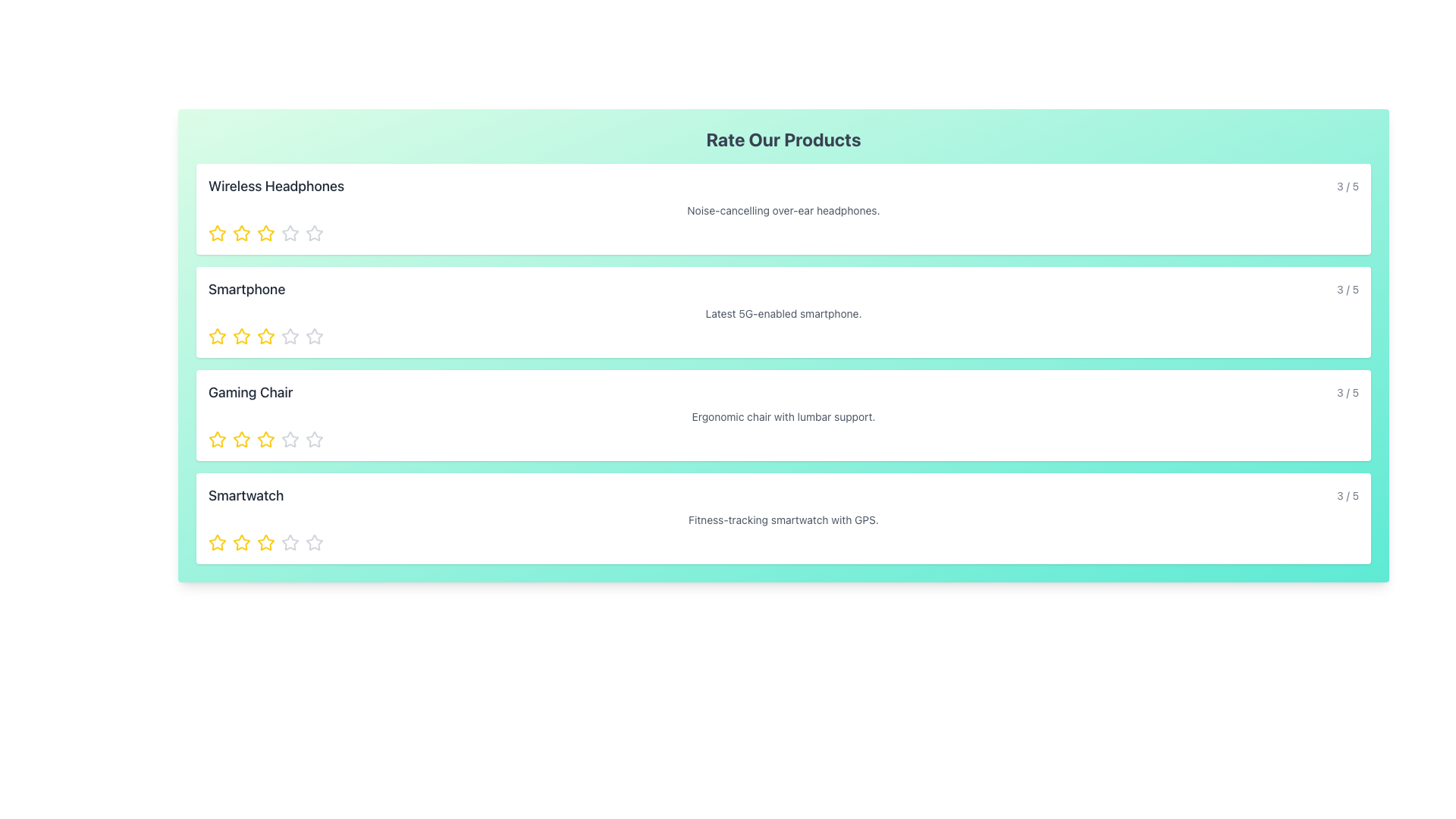 This screenshot has width=1456, height=819. Describe the element at coordinates (290, 439) in the screenshot. I see `the fourth star` at that location.